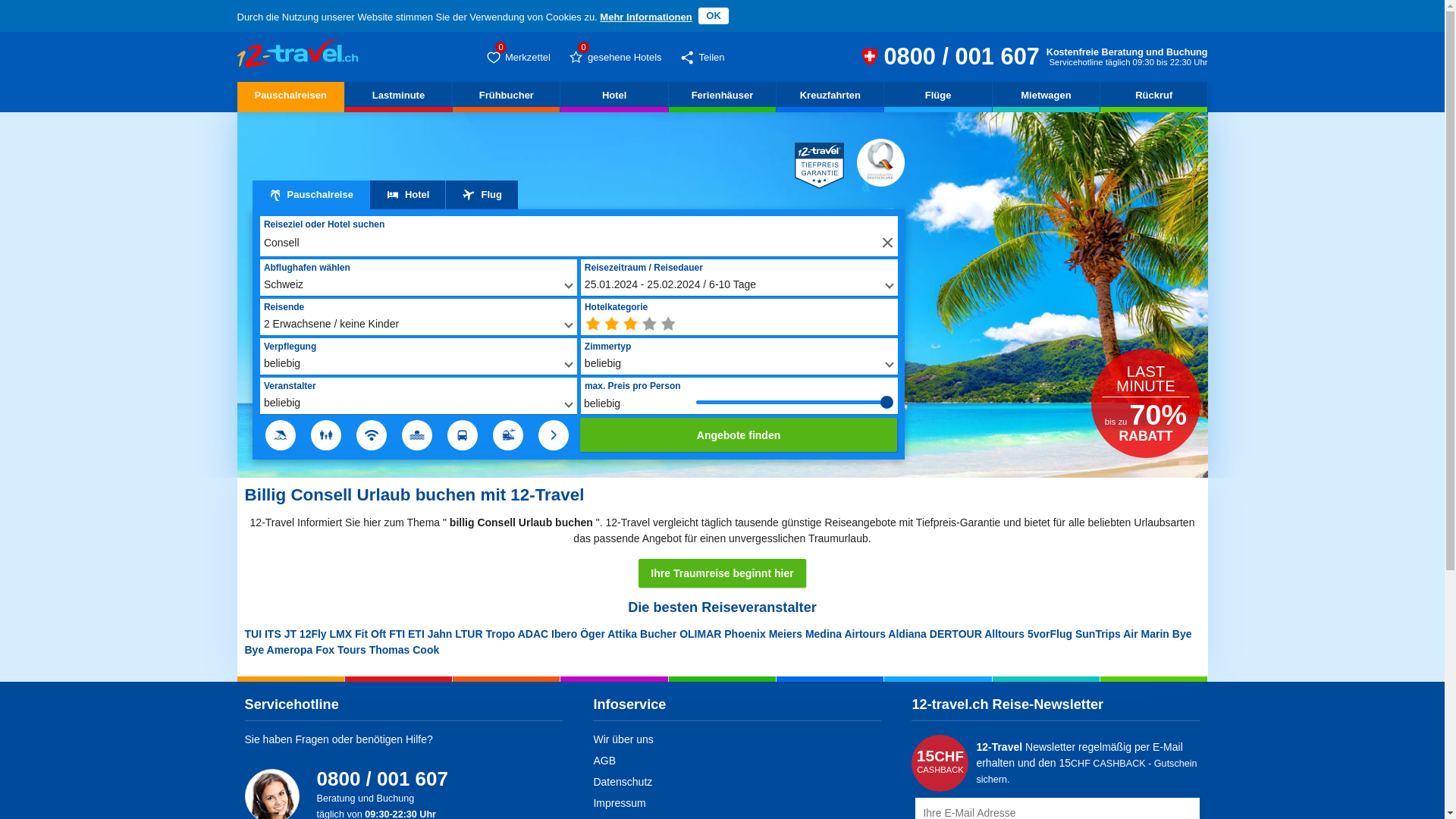 Image resolution: width=1456 pixels, height=819 pixels. What do you see at coordinates (439, 634) in the screenshot?
I see `'Jahn'` at bounding box center [439, 634].